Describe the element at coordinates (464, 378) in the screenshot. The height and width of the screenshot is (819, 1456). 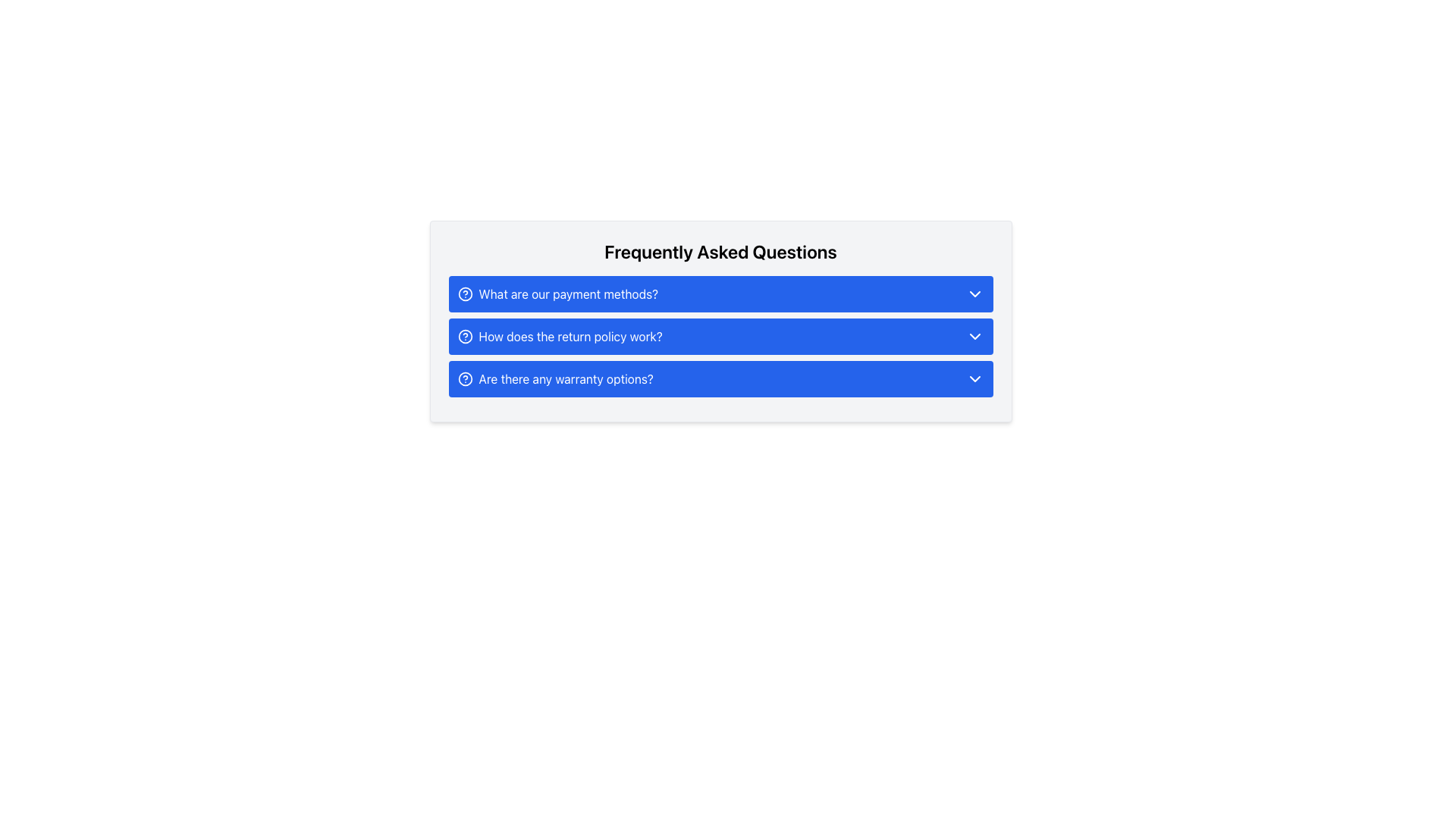
I see `the central Circle (SVG shape) within the third query icon of the FAQ list, positioned below the second FAQ item` at that location.